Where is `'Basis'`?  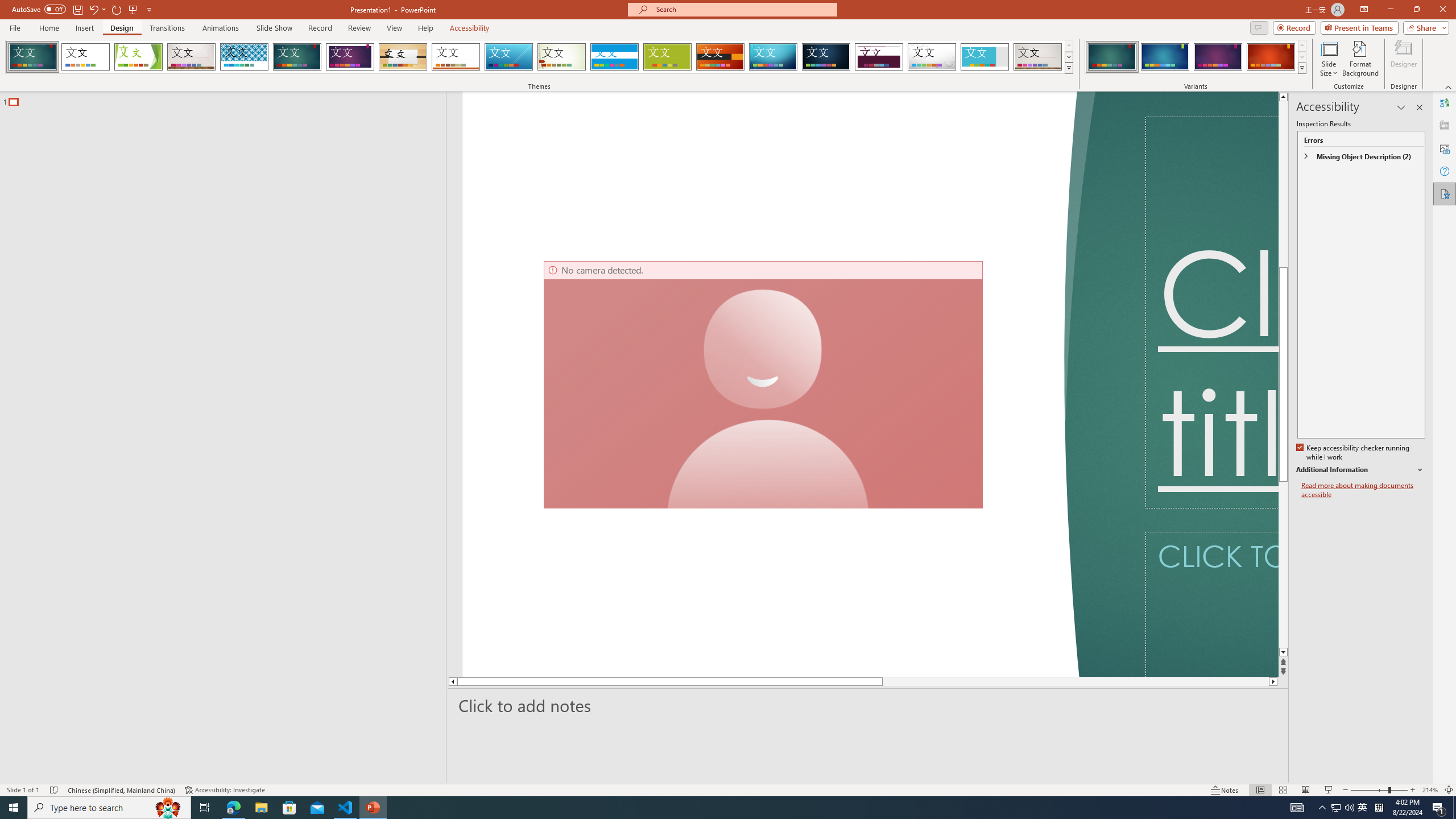 'Basis' is located at coordinates (667, 56).